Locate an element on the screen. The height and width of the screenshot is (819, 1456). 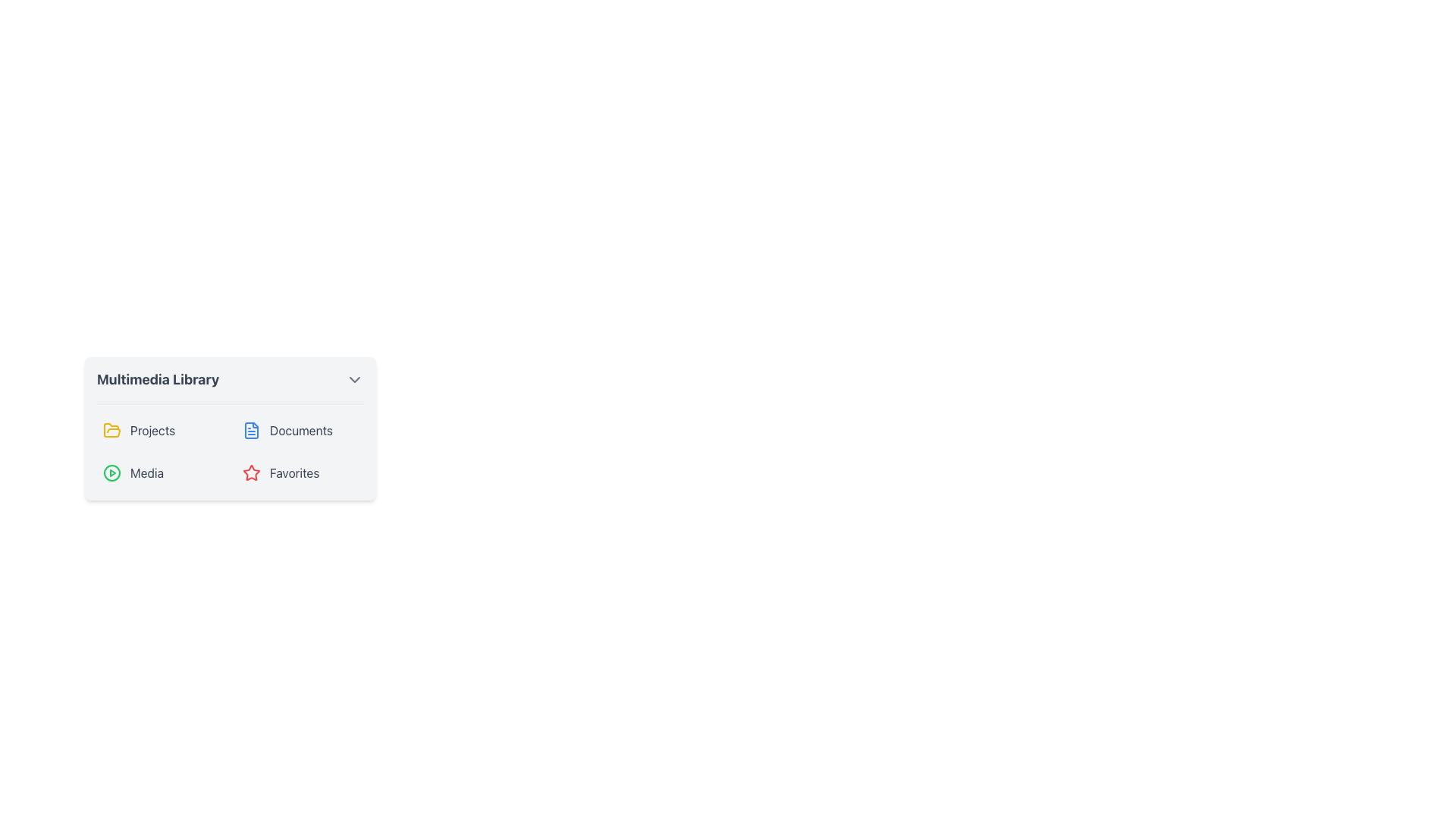
the text label located at the top-left corner of the header section, which indicates the name of a section or feature within the application is located at coordinates (158, 379).